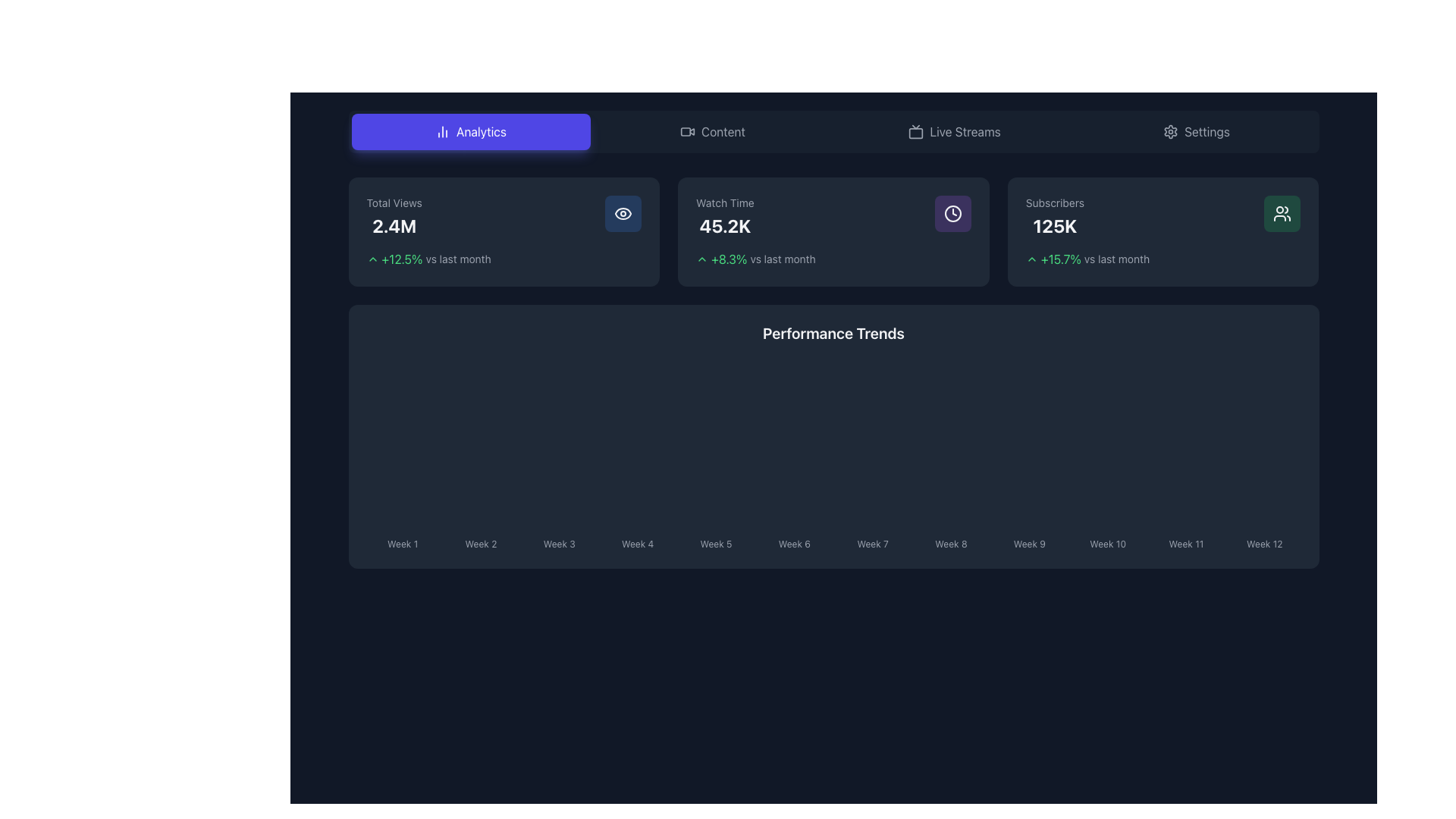 The width and height of the screenshot is (1456, 819). Describe the element at coordinates (480, 130) in the screenshot. I see `the 'Analytics' button, which is a blue-purple rectangular button with a white text label` at that location.